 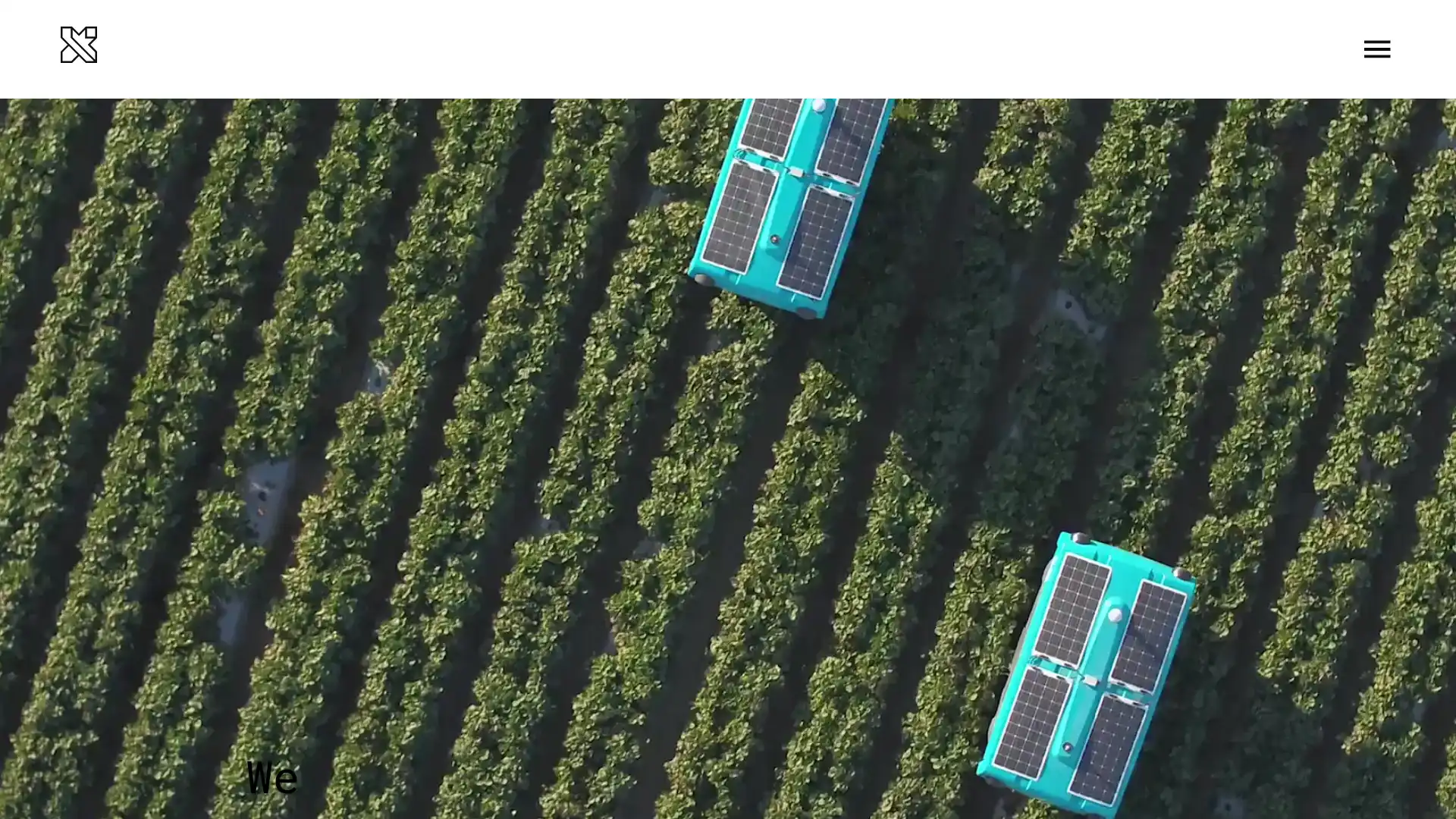 I want to click on A new chapter for Glass The Glass Explorer program evolves into Glass Enterprise Edition when the team learns that workers in fields such as manufacturing, logistics, and healthcare find wearable devices highly useful for getting the information they need while their hands are busy., so click(x=768, y=259).